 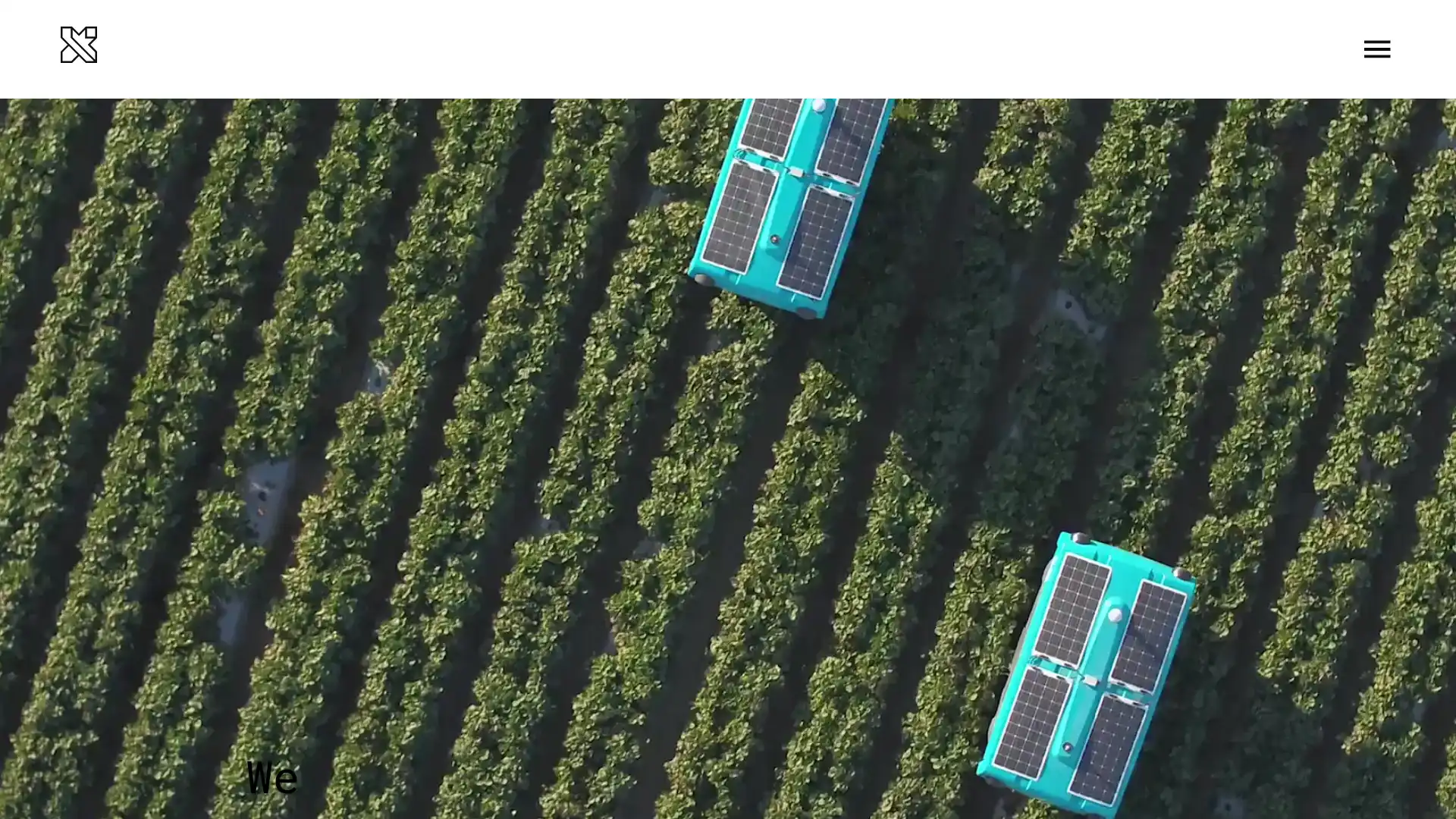 I want to click on A new chapter for Glass The Glass Explorer program evolves into Glass Enterprise Edition when the team learns that workers in fields such as manufacturing, logistics, and healthcare find wearable devices highly useful for getting the information they need while their hands are busy., so click(x=768, y=259).